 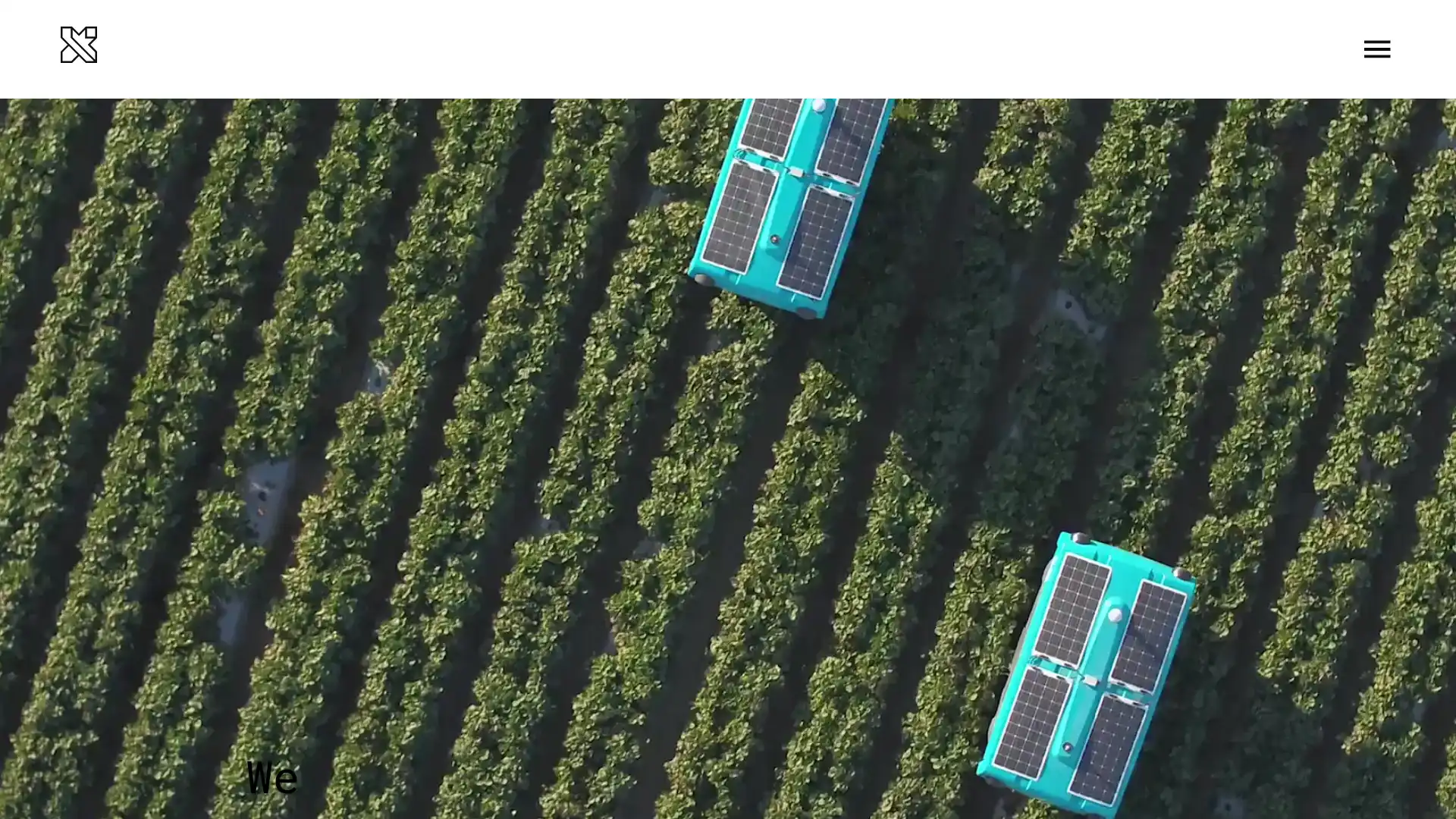 I want to click on A new chapter for Glass The Glass Explorer program evolves into Glass Enterprise Edition when the team learns that workers in fields such as manufacturing, logistics, and healthcare find wearable devices highly useful for getting the information they need while their hands are busy., so click(x=768, y=259).